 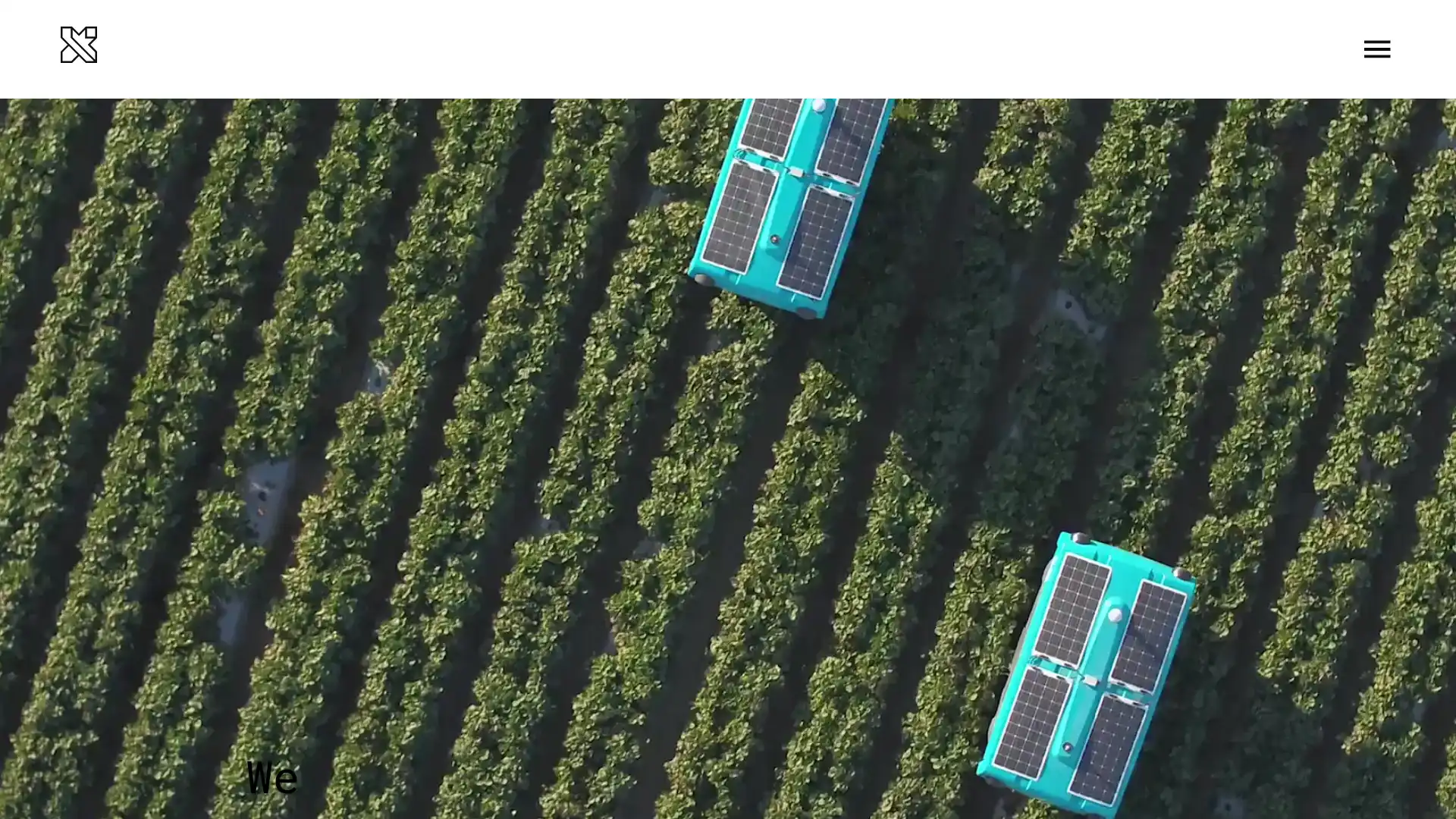 I want to click on A new chapter for Glass The Glass Explorer program evolves into Glass Enterprise Edition when the team learns that workers in fields such as manufacturing, logistics, and healthcare find wearable devices highly useful for getting the information they need while their hands are busy., so click(x=768, y=259).